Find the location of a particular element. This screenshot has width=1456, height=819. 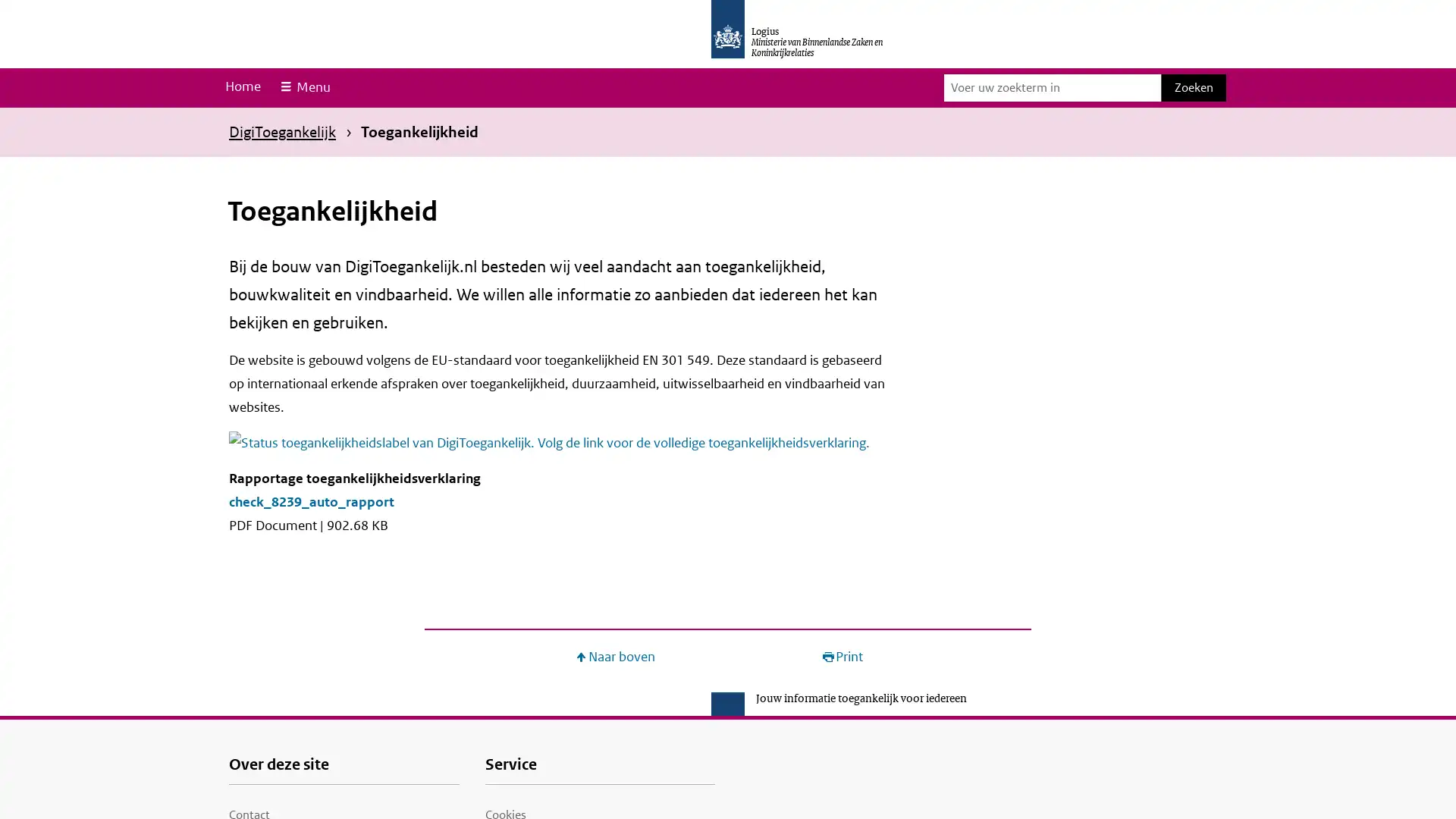

Zoeken is located at coordinates (1193, 87).